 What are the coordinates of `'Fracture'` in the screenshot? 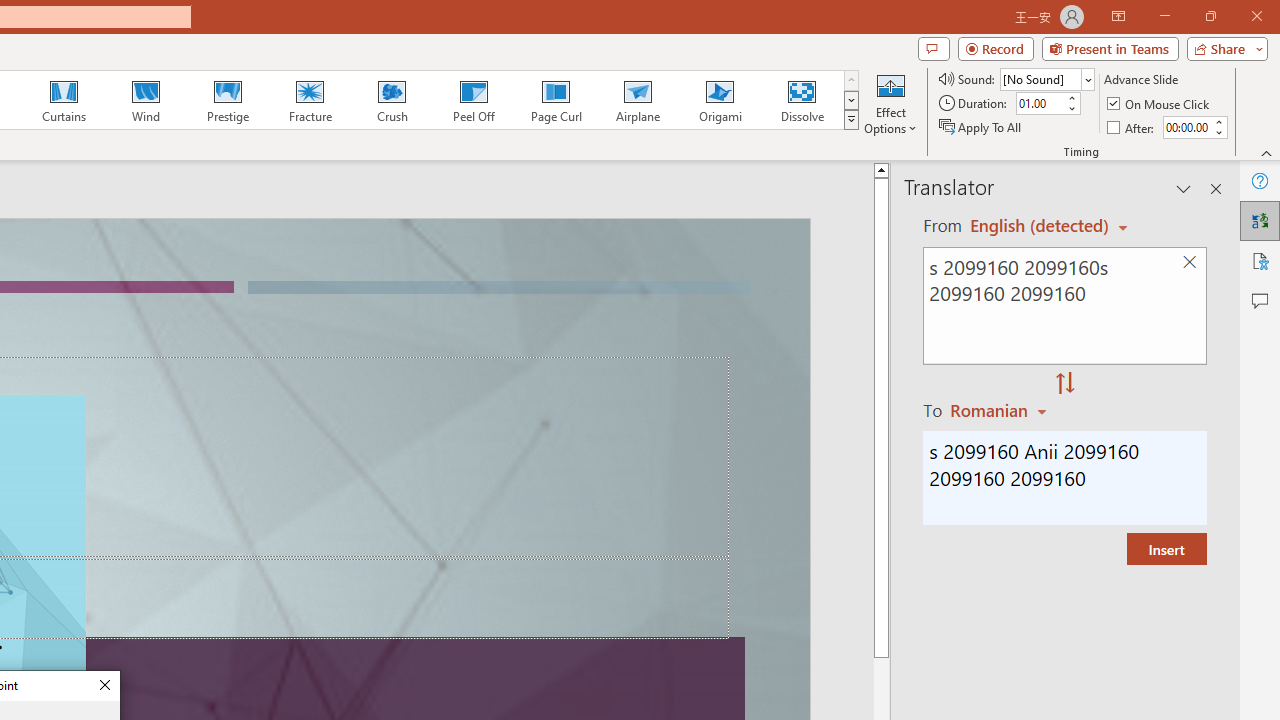 It's located at (308, 100).